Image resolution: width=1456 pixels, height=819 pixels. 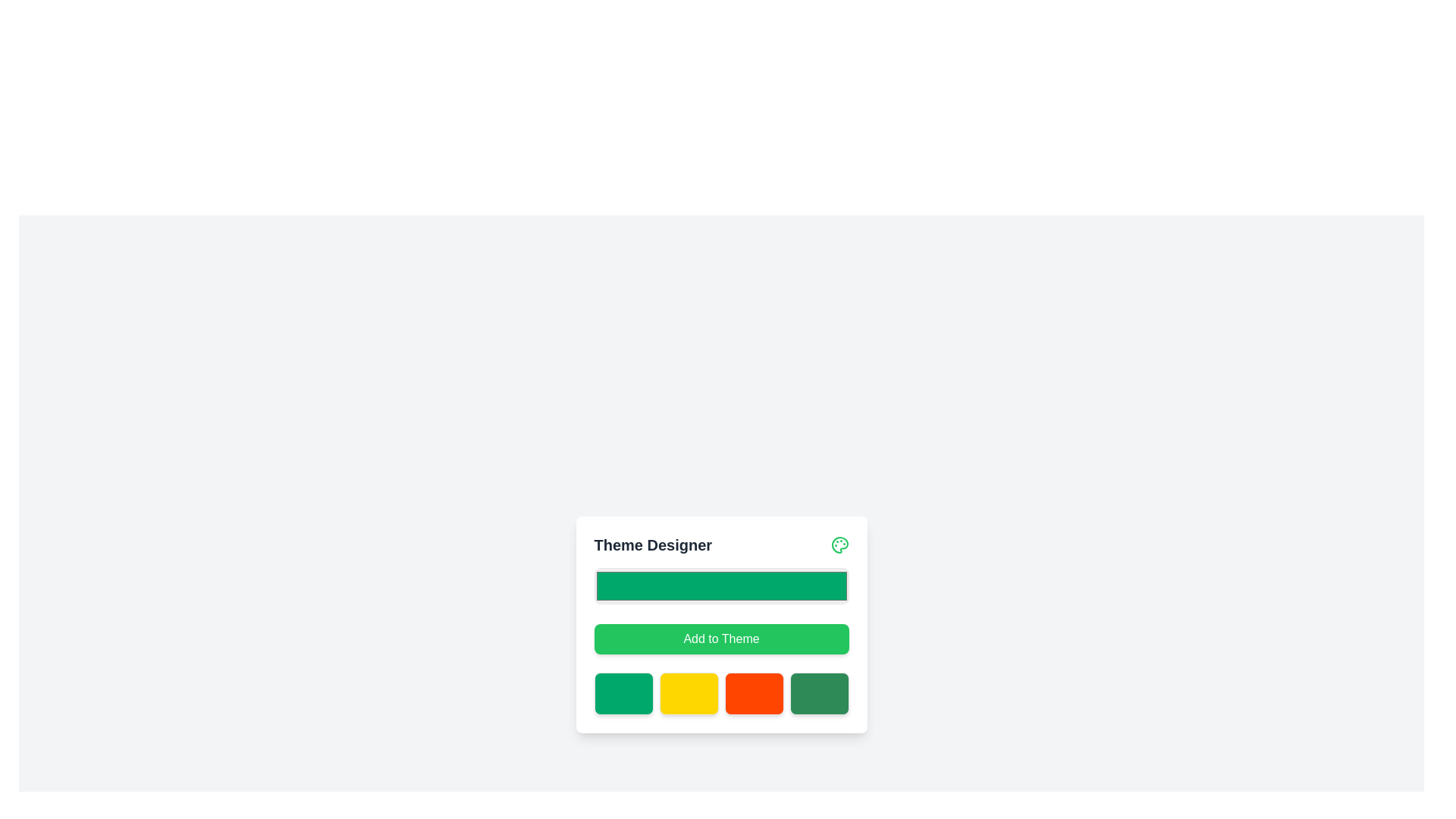 What do you see at coordinates (720, 639) in the screenshot?
I see `the 'Add to Theme' button, which is a wide, rectangular green button with white text, located below the color selection area` at bounding box center [720, 639].